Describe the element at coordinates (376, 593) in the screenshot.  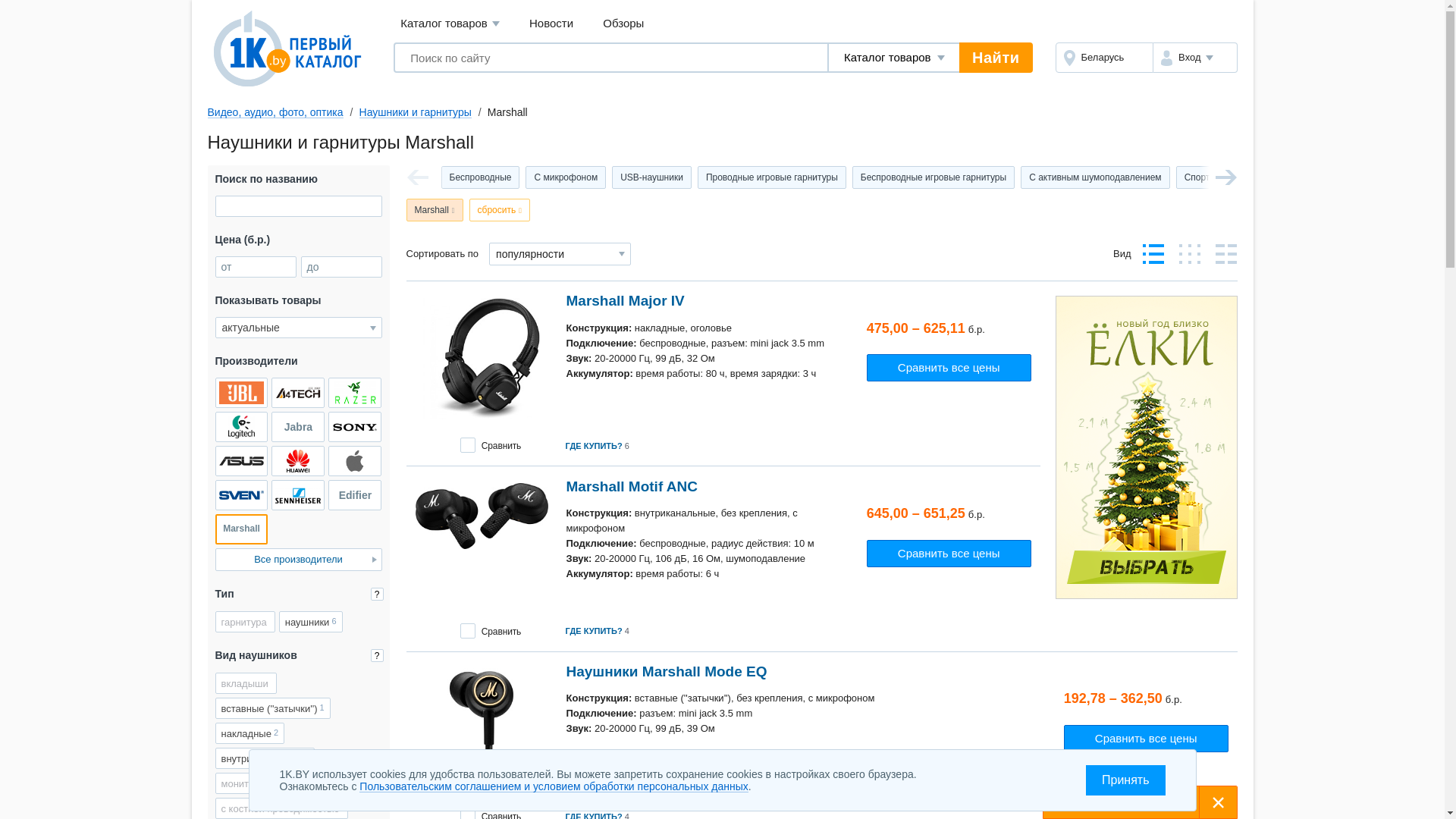
I see `'?'` at that location.